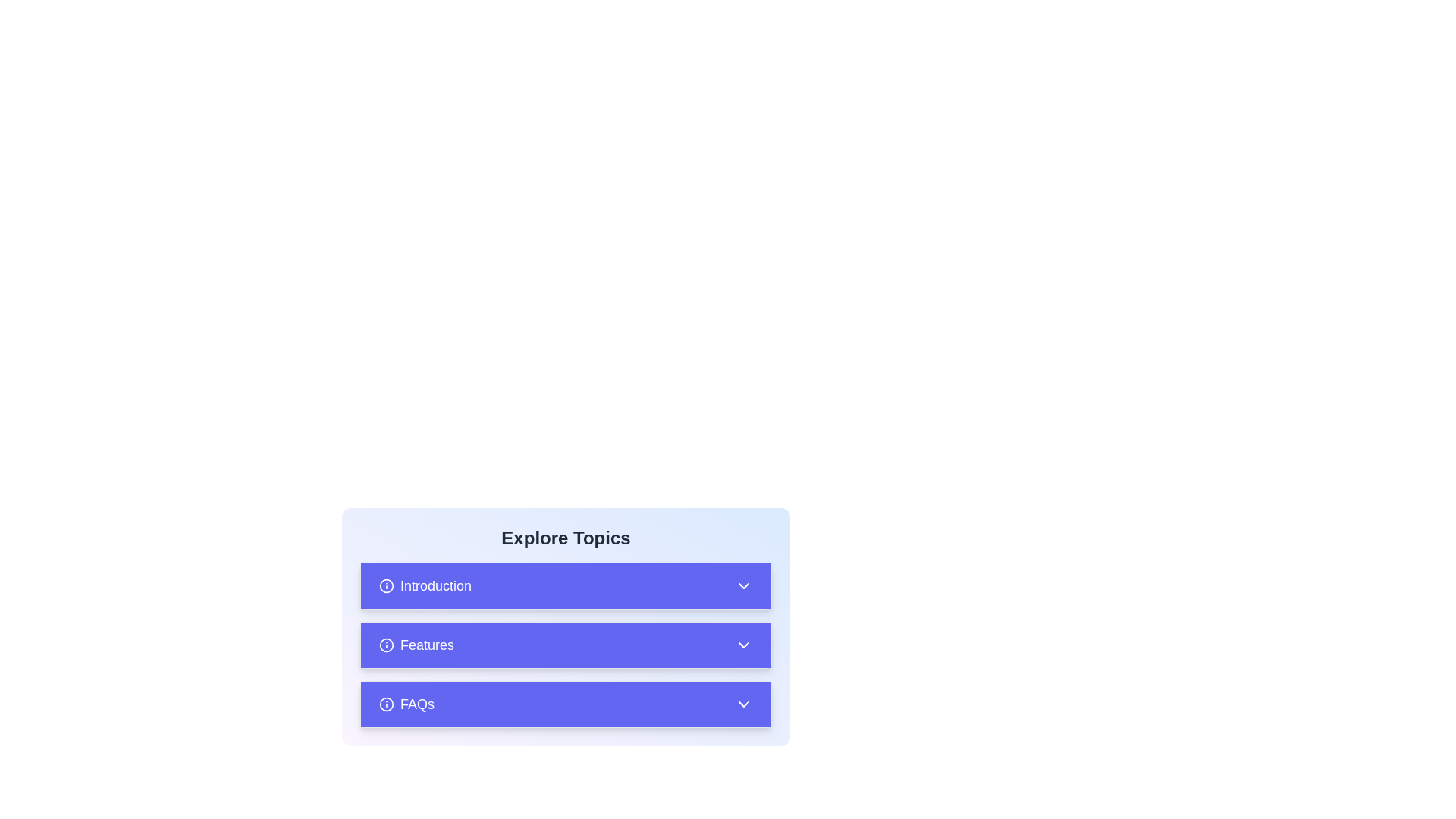 The height and width of the screenshot is (819, 1456). I want to click on the information icon, which is a circular icon with an 'i' in it, styled with a white stroke against a purple background, so click(386, 704).